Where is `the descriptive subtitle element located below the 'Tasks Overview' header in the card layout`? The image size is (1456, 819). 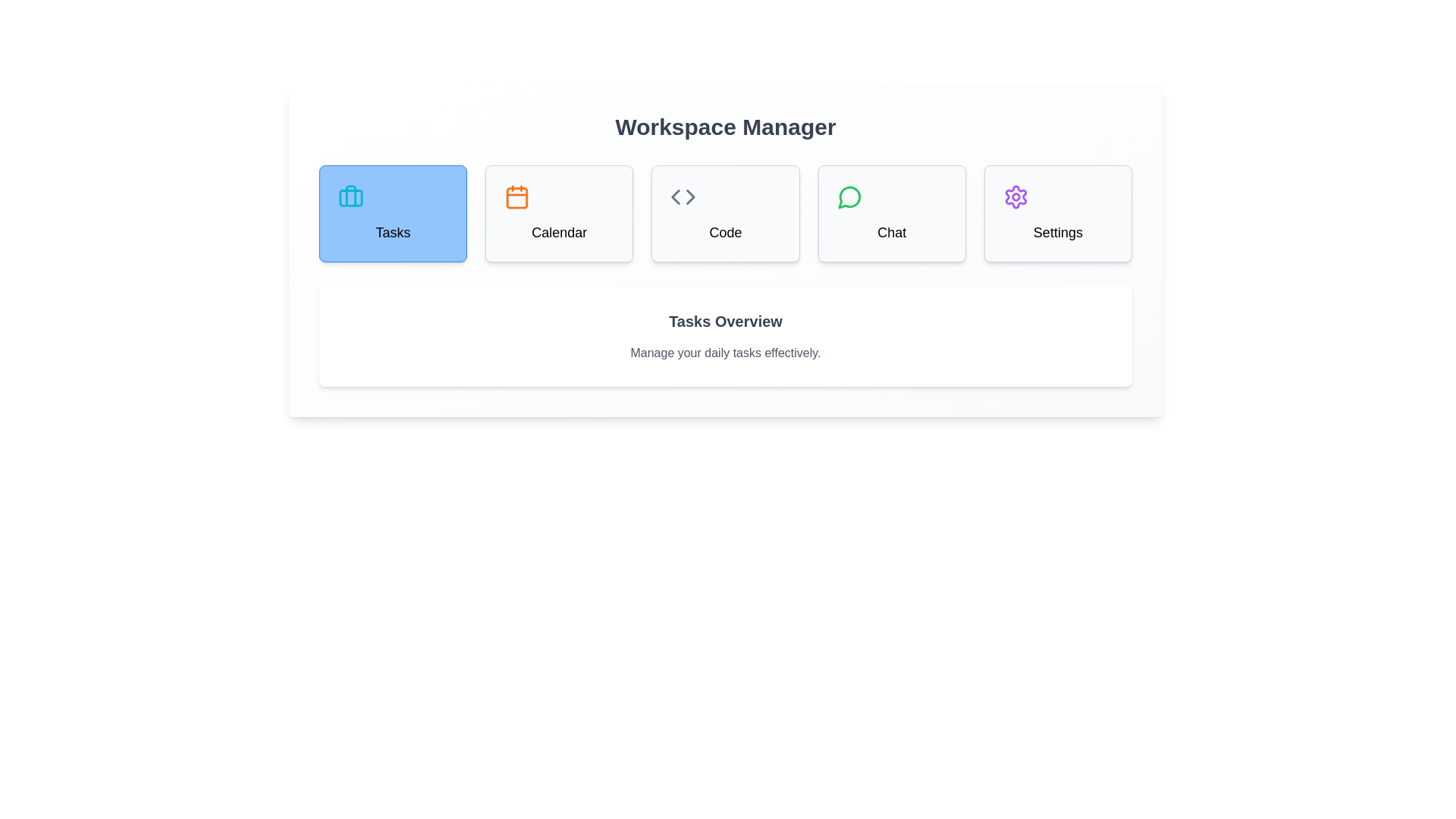 the descriptive subtitle element located below the 'Tasks Overview' header in the card layout is located at coordinates (724, 353).